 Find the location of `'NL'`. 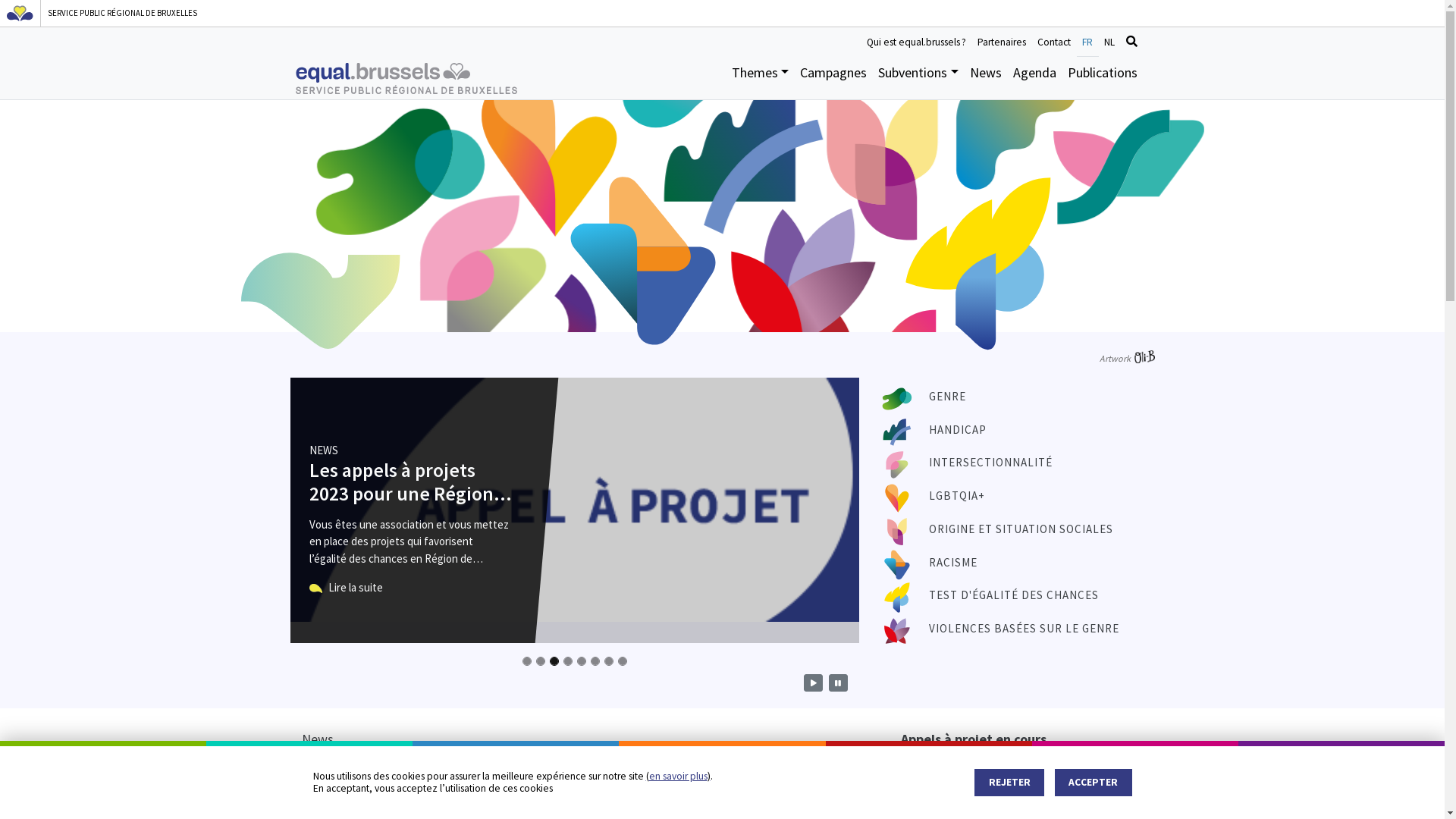

'NL' is located at coordinates (1109, 40).